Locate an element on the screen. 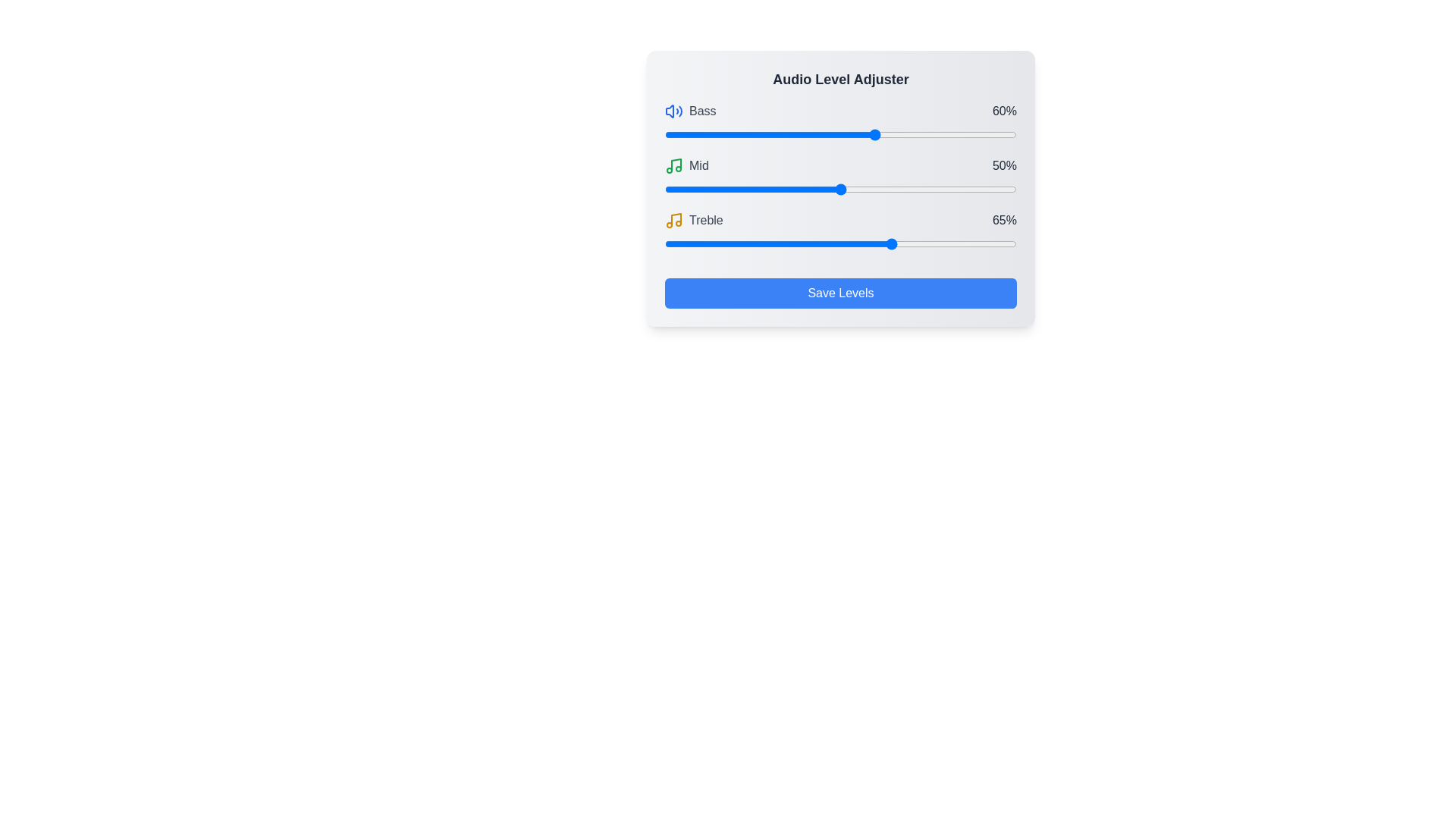 Image resolution: width=1456 pixels, height=819 pixels. the Static information display element labeled 'Bass' showing '60%' is located at coordinates (839, 110).